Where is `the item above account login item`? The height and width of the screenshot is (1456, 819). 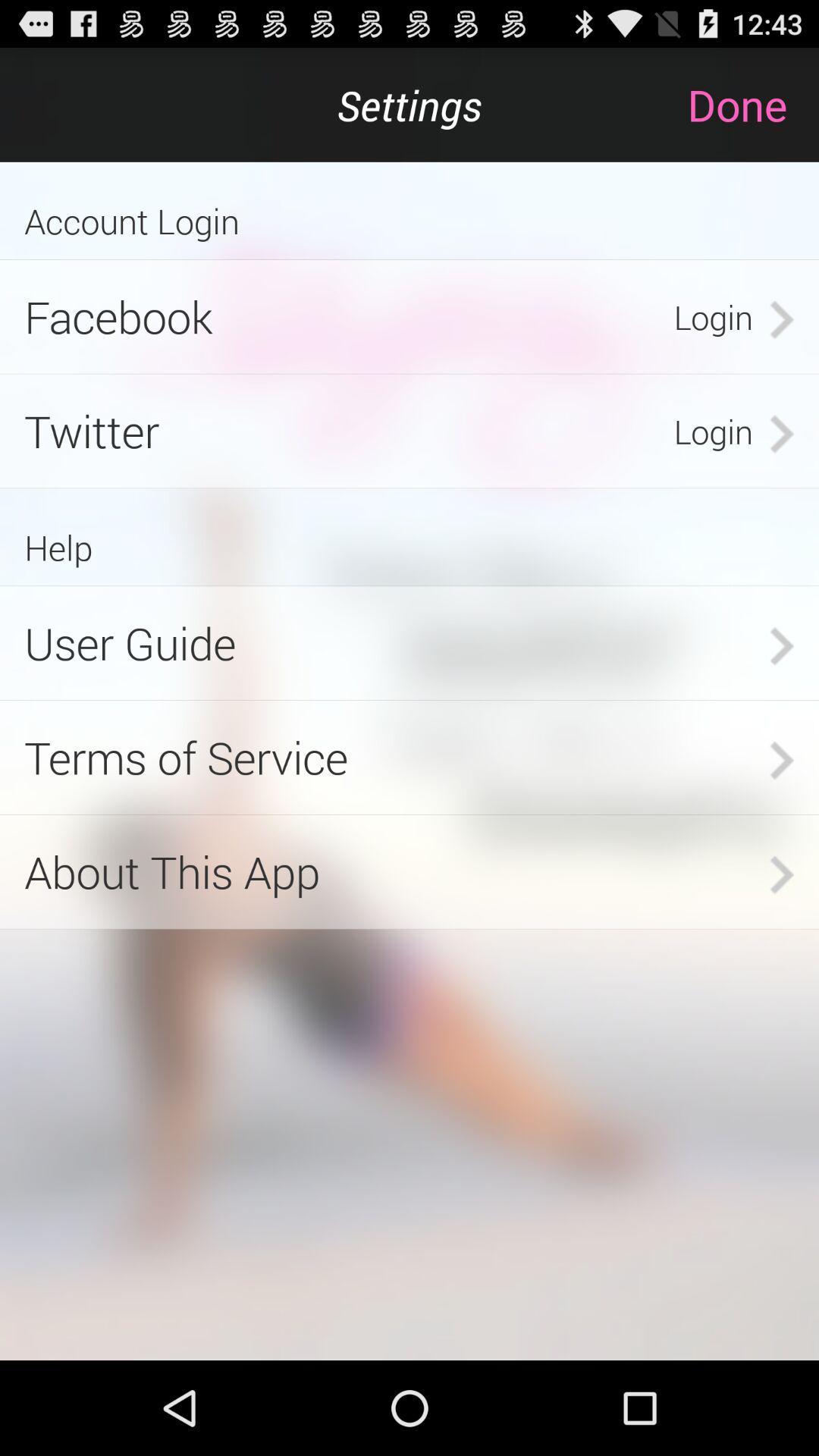 the item above account login item is located at coordinates (752, 104).